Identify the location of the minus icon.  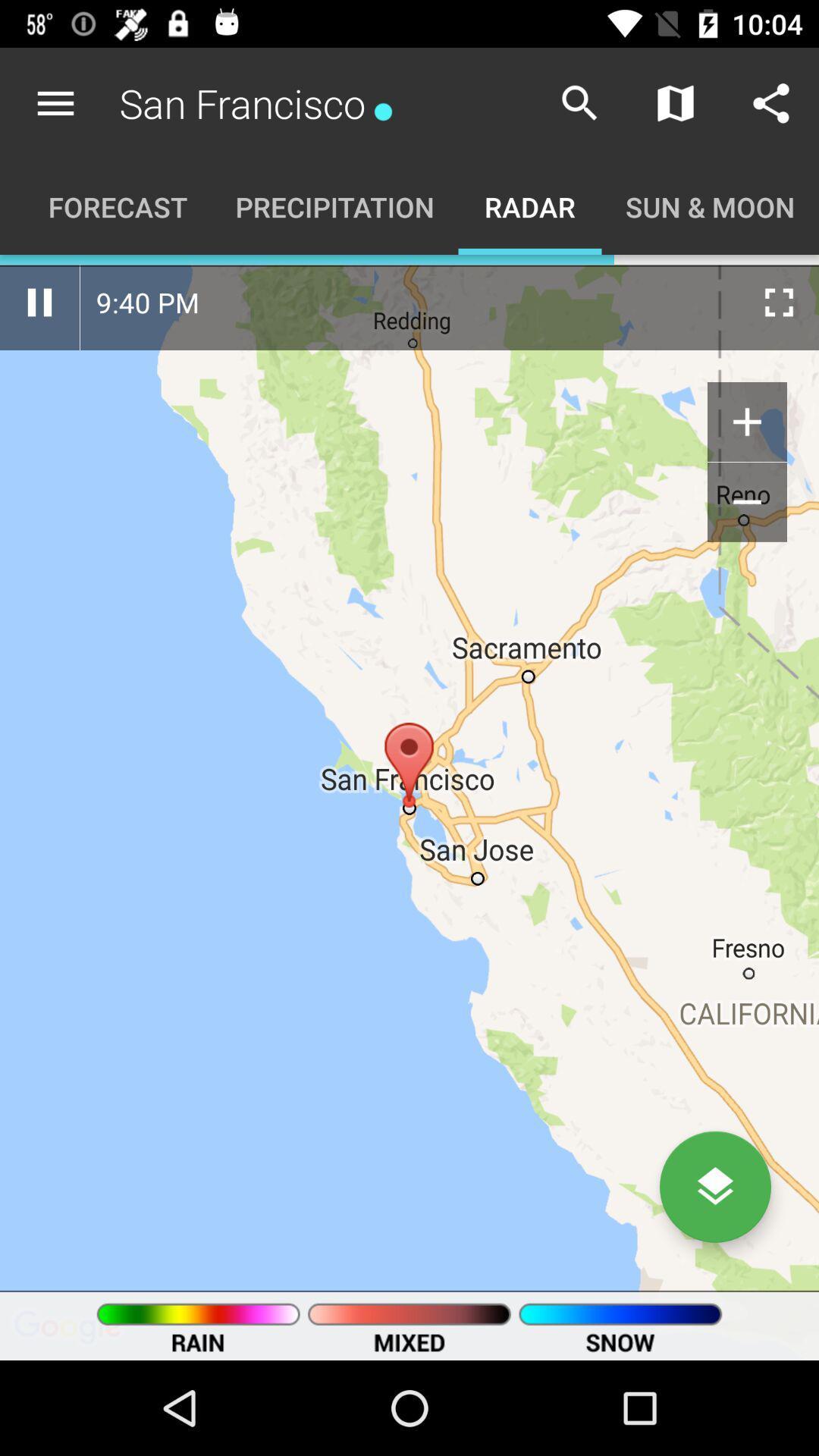
(746, 502).